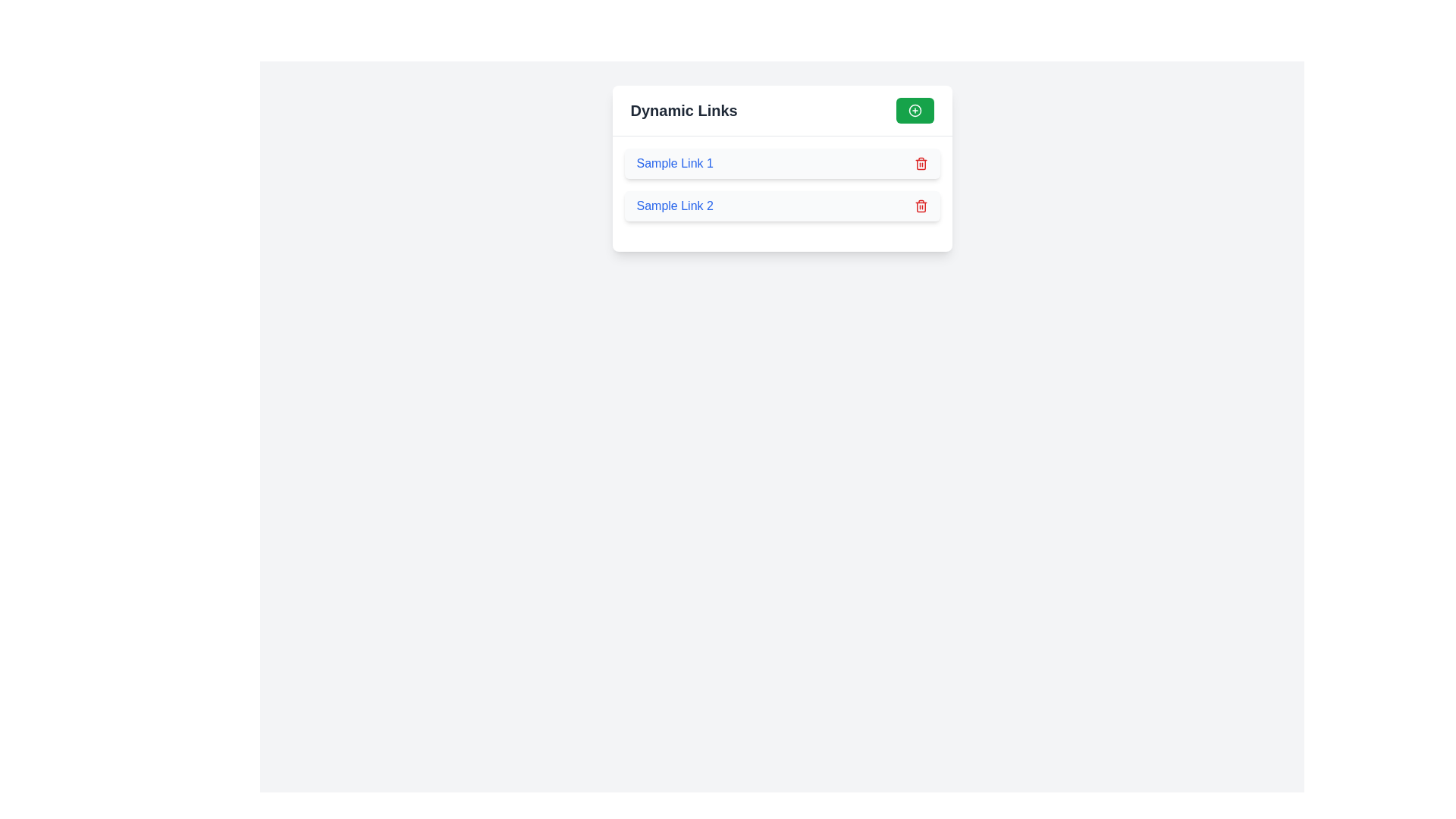 Image resolution: width=1456 pixels, height=819 pixels. Describe the element at coordinates (920, 164) in the screenshot. I see `the delete icon button located on the right side of 'Sample Link 1'` at that location.